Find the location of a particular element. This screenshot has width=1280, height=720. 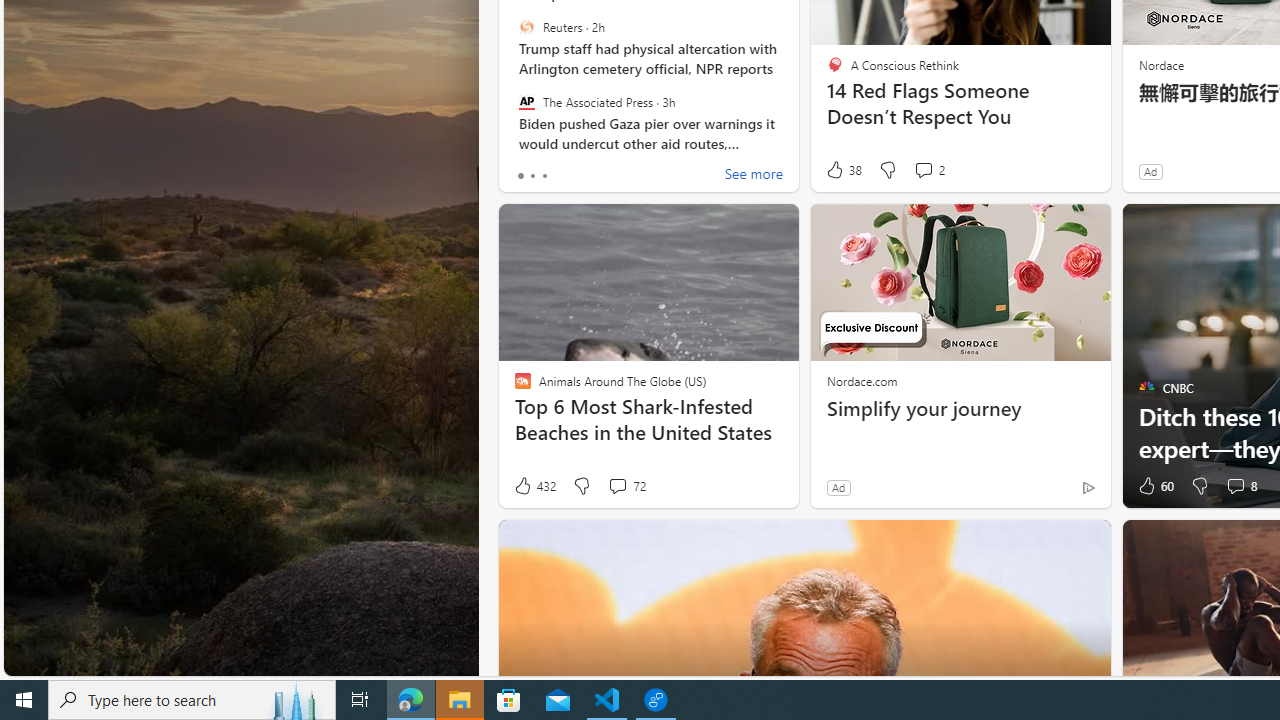

'Simplify your journey' is located at coordinates (960, 407).